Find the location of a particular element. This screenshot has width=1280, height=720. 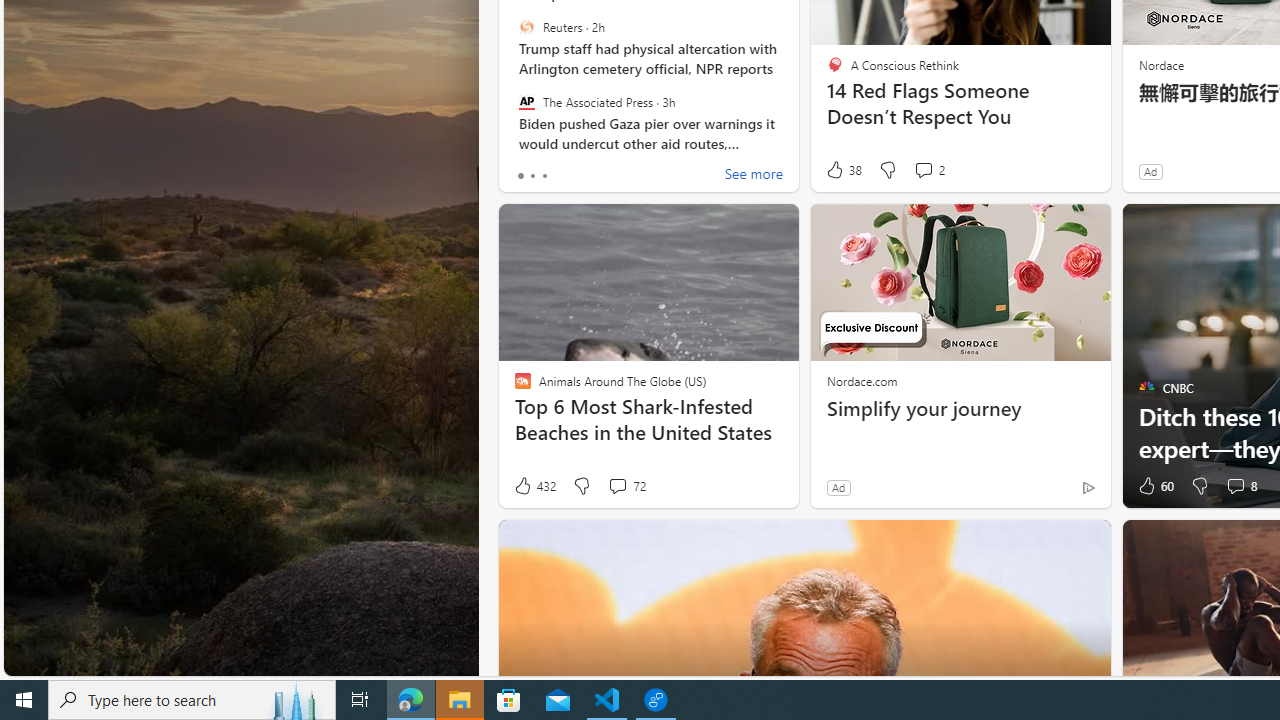

'Simplify your journey' is located at coordinates (960, 407).